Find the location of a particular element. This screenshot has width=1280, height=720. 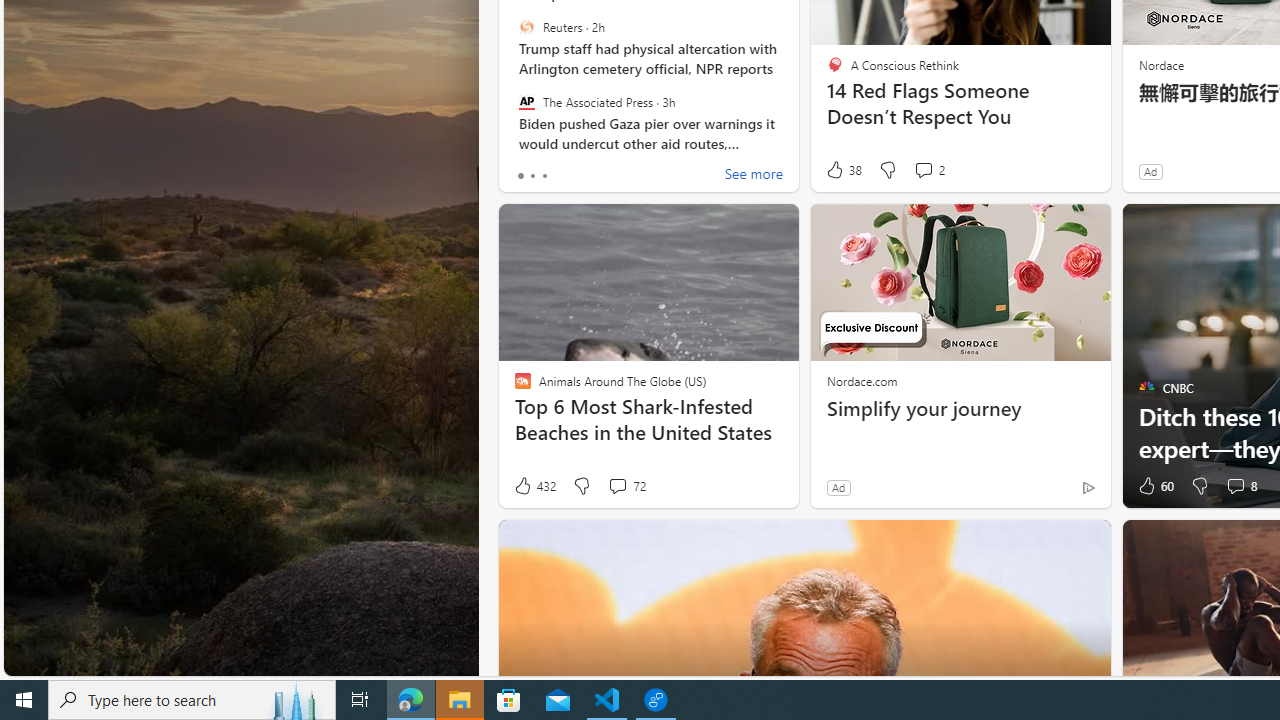

'Simplify your journey' is located at coordinates (960, 407).